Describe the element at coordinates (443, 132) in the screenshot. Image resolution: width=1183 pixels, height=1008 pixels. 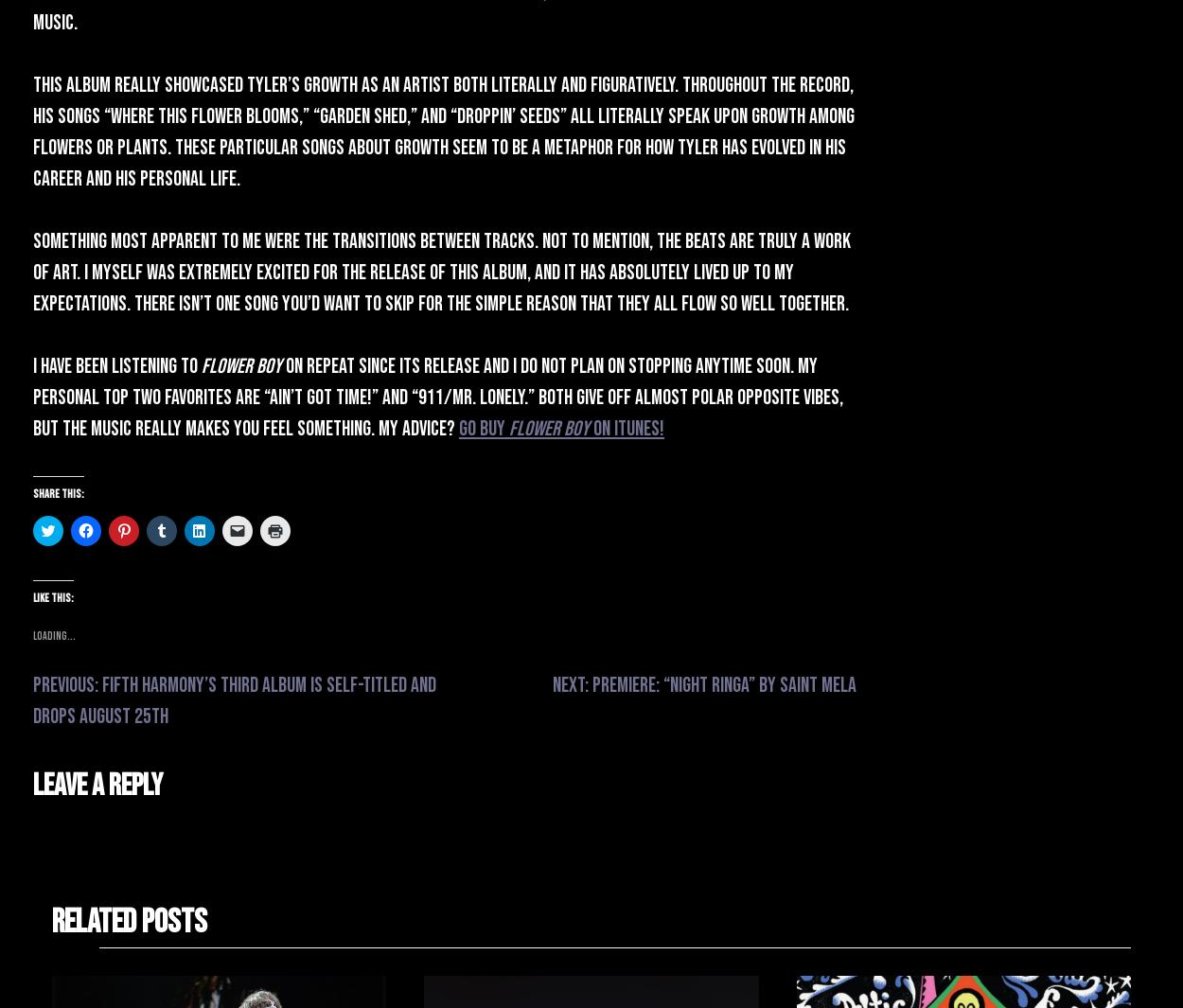
I see `'This album really showcased Tyler’s growth as an artist both literally and figuratively. Throughout the record, his songs “Where This Flower Blooms,” “Garden Shed,” and “Droppin’ Seeds” all literally speak upon growth among flowers or plants. These particular songs about growth seem to be a metaphor for how Tyler has evolved in his career and his personal life.'` at that location.